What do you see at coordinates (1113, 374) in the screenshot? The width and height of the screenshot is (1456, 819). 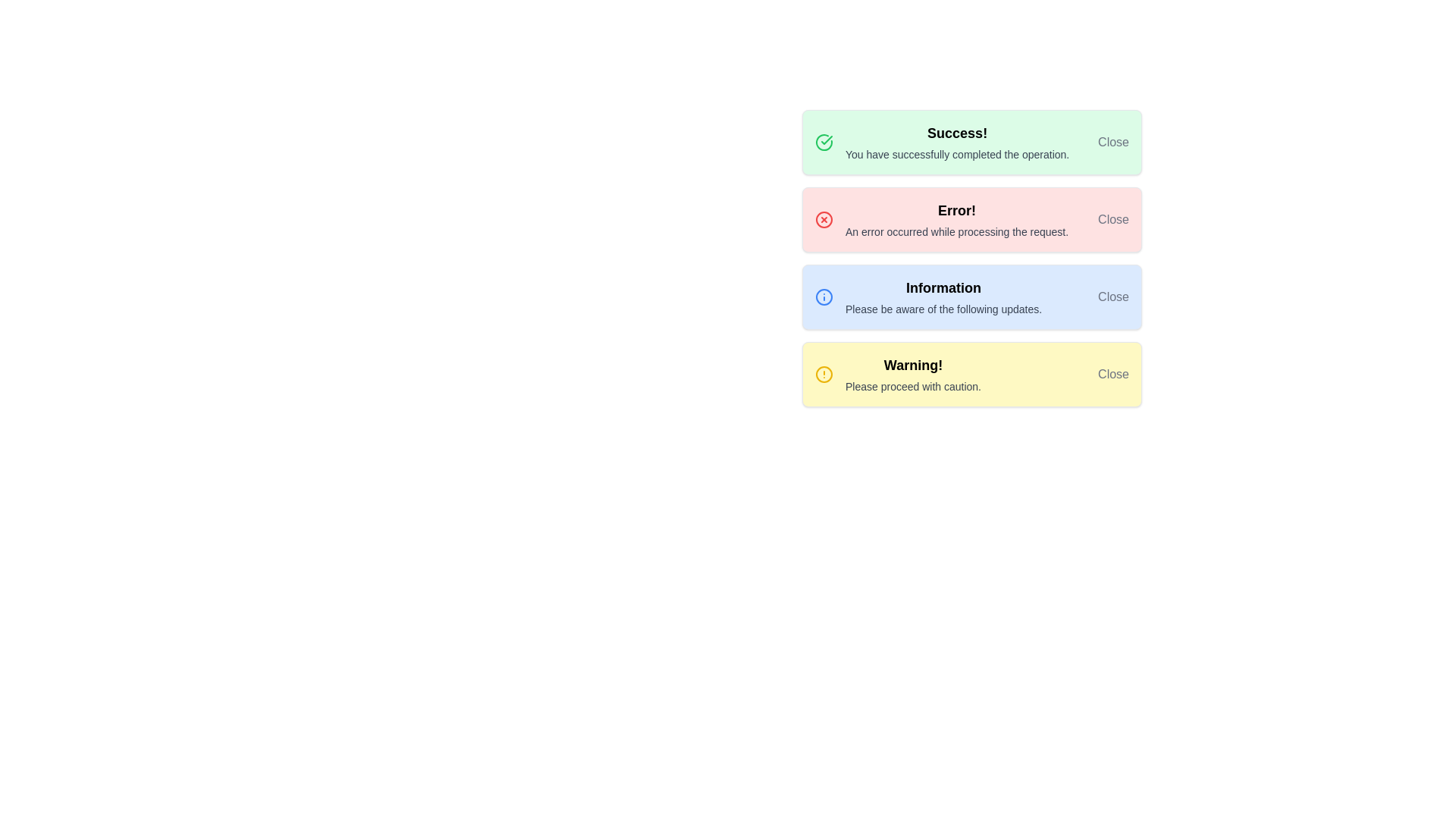 I see `the 'Close' button which is styled with gray text and located at the far right of the yellow warning notification box` at bounding box center [1113, 374].